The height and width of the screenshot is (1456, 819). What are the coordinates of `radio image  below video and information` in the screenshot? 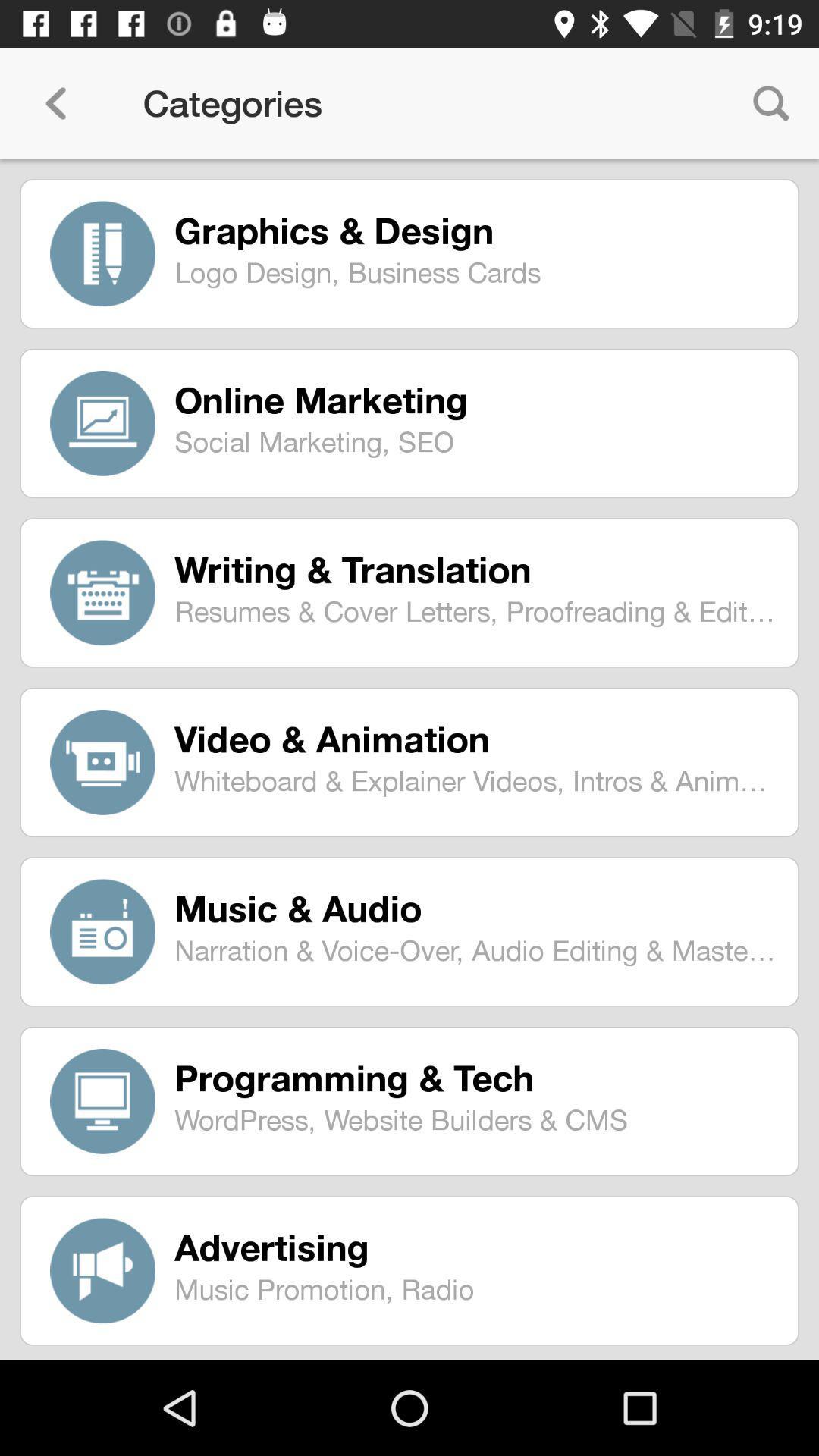 It's located at (102, 930).